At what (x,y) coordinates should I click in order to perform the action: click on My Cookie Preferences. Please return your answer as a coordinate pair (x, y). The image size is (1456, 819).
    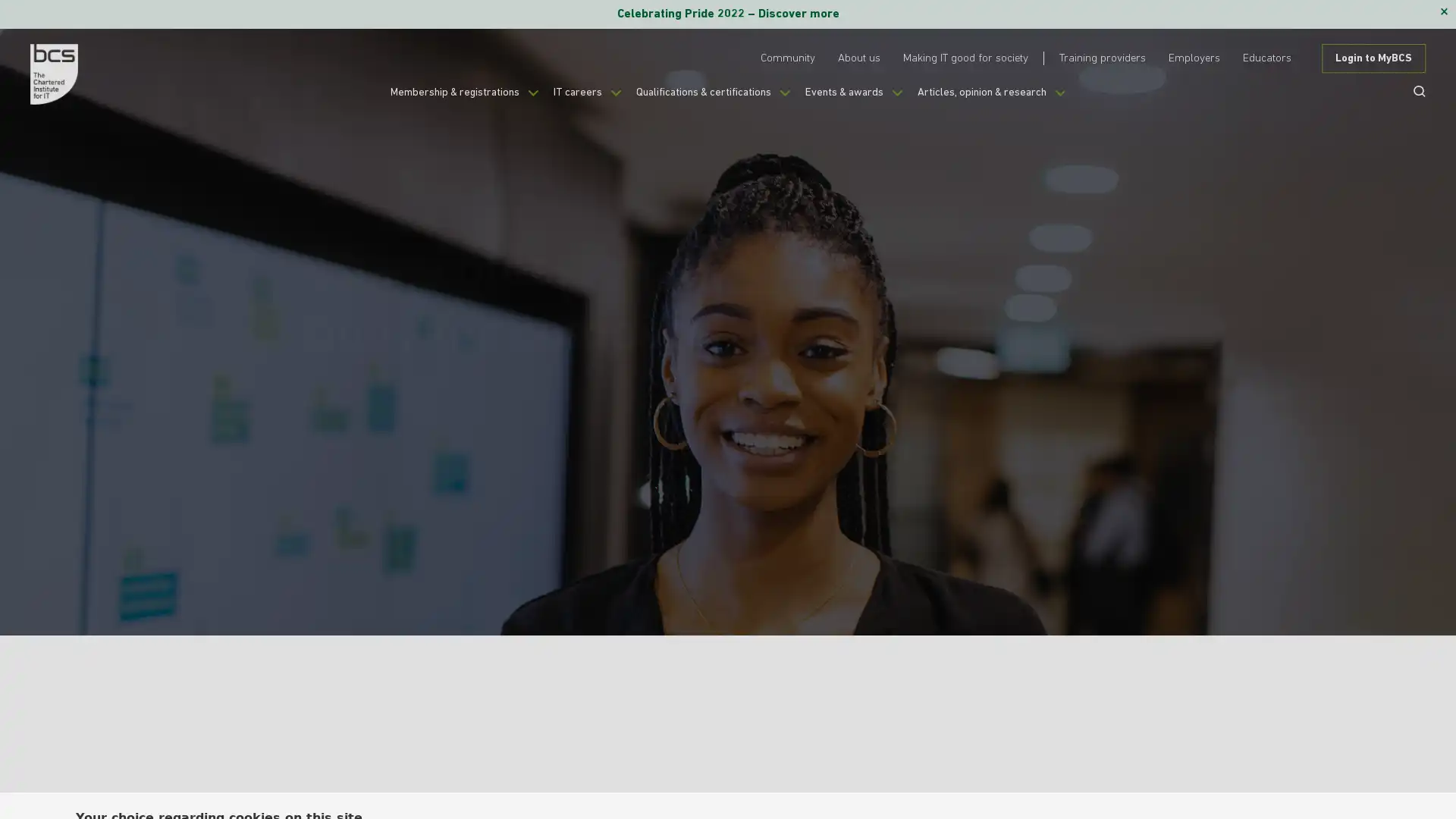
    Looking at the image, I should click on (1291, 778).